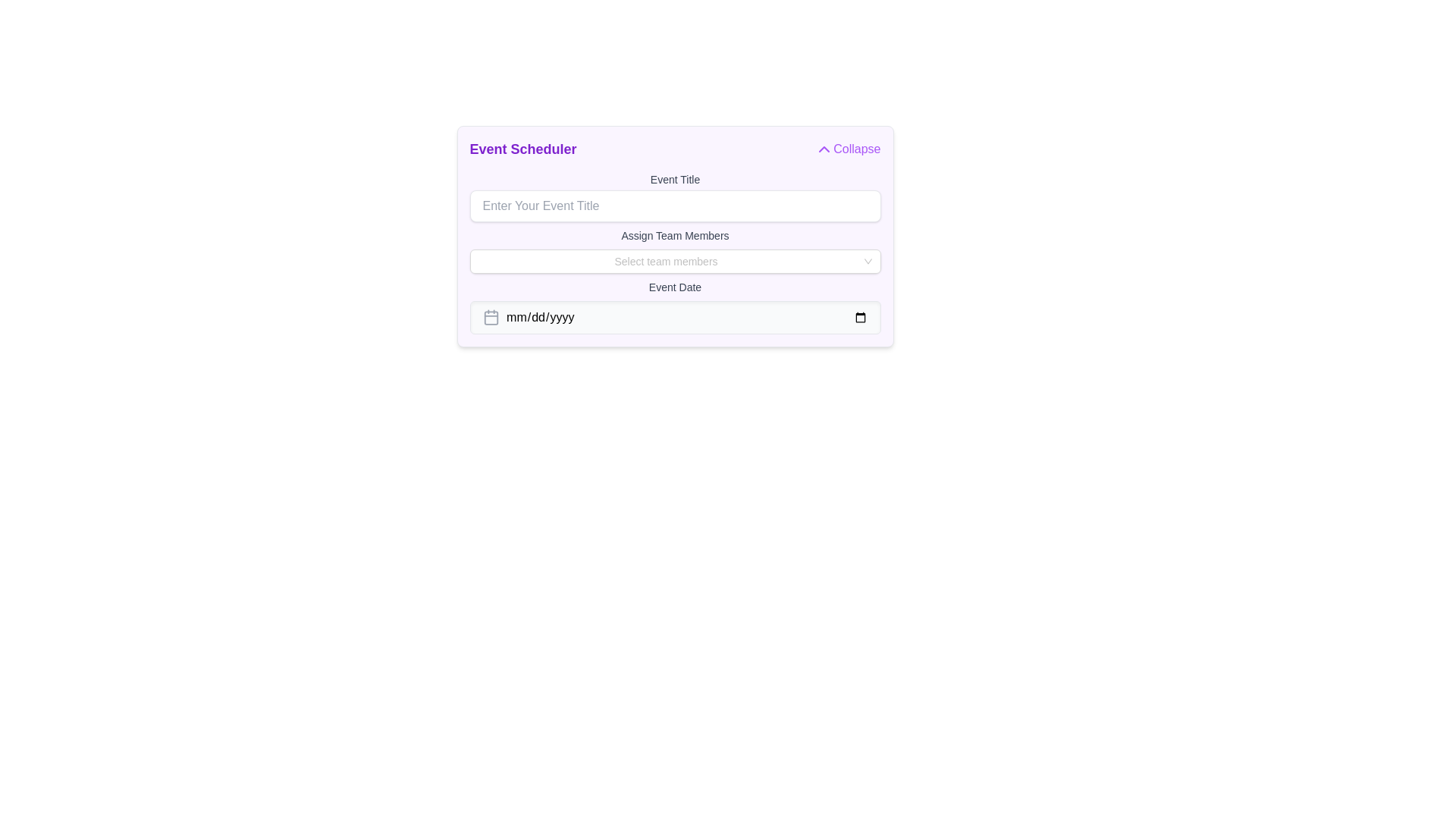  I want to click on the dropdown selection under the 'Event Title' input field, so click(674, 250).